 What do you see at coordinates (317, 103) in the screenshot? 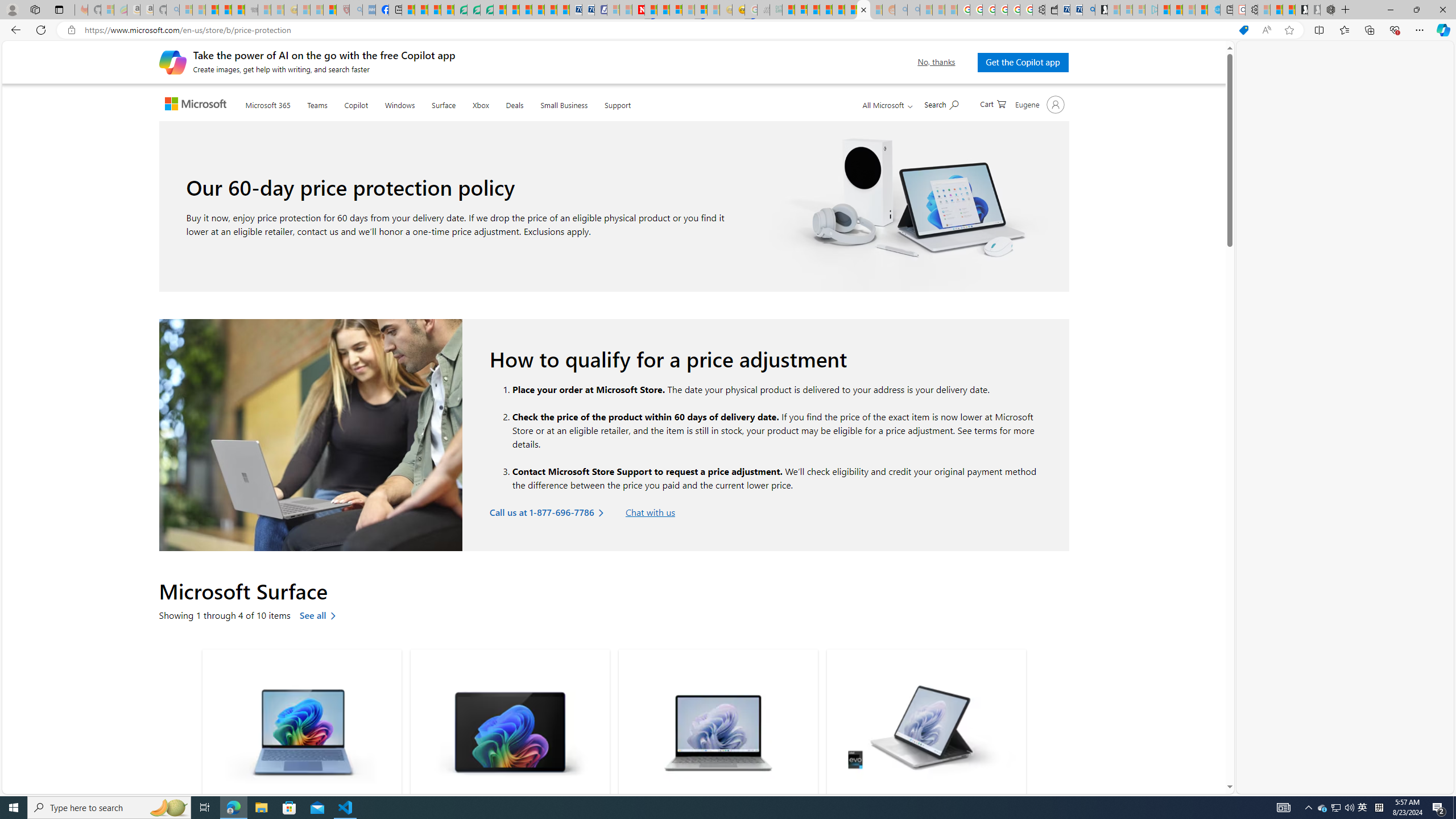
I see `'Teams'` at bounding box center [317, 103].